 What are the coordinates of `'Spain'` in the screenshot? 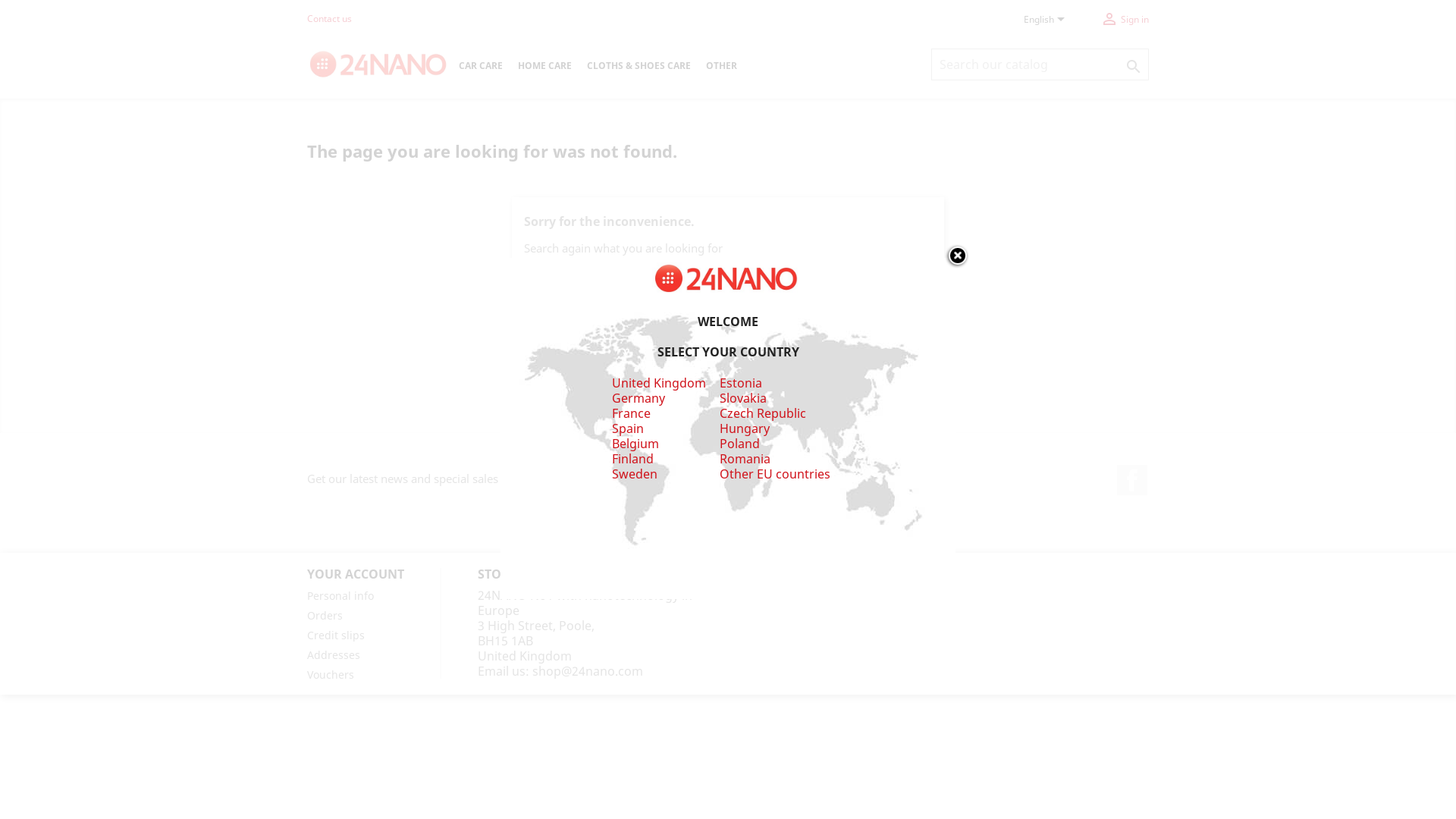 It's located at (626, 428).